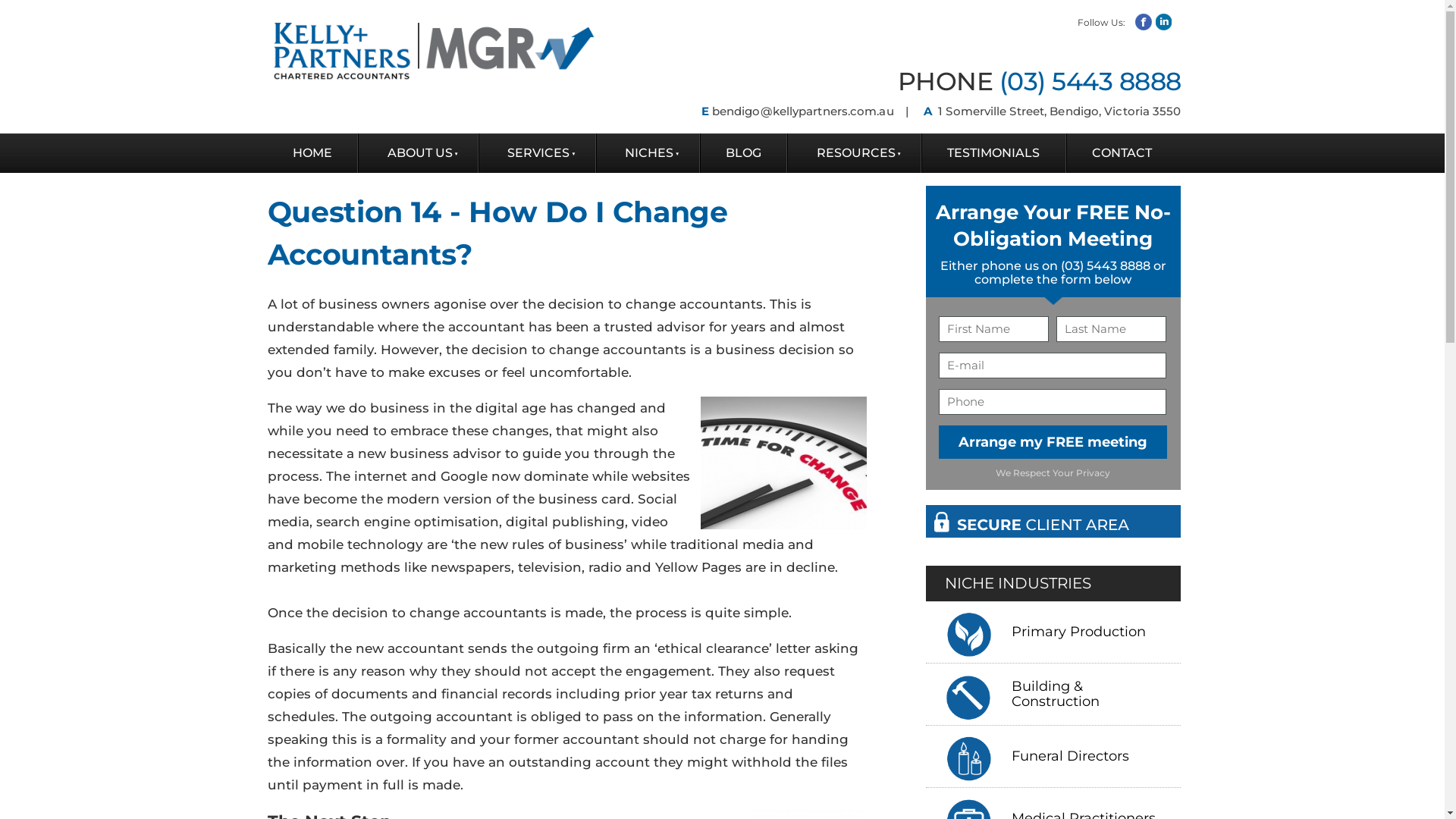  What do you see at coordinates (854, 152) in the screenshot?
I see `'RESOURCES'` at bounding box center [854, 152].